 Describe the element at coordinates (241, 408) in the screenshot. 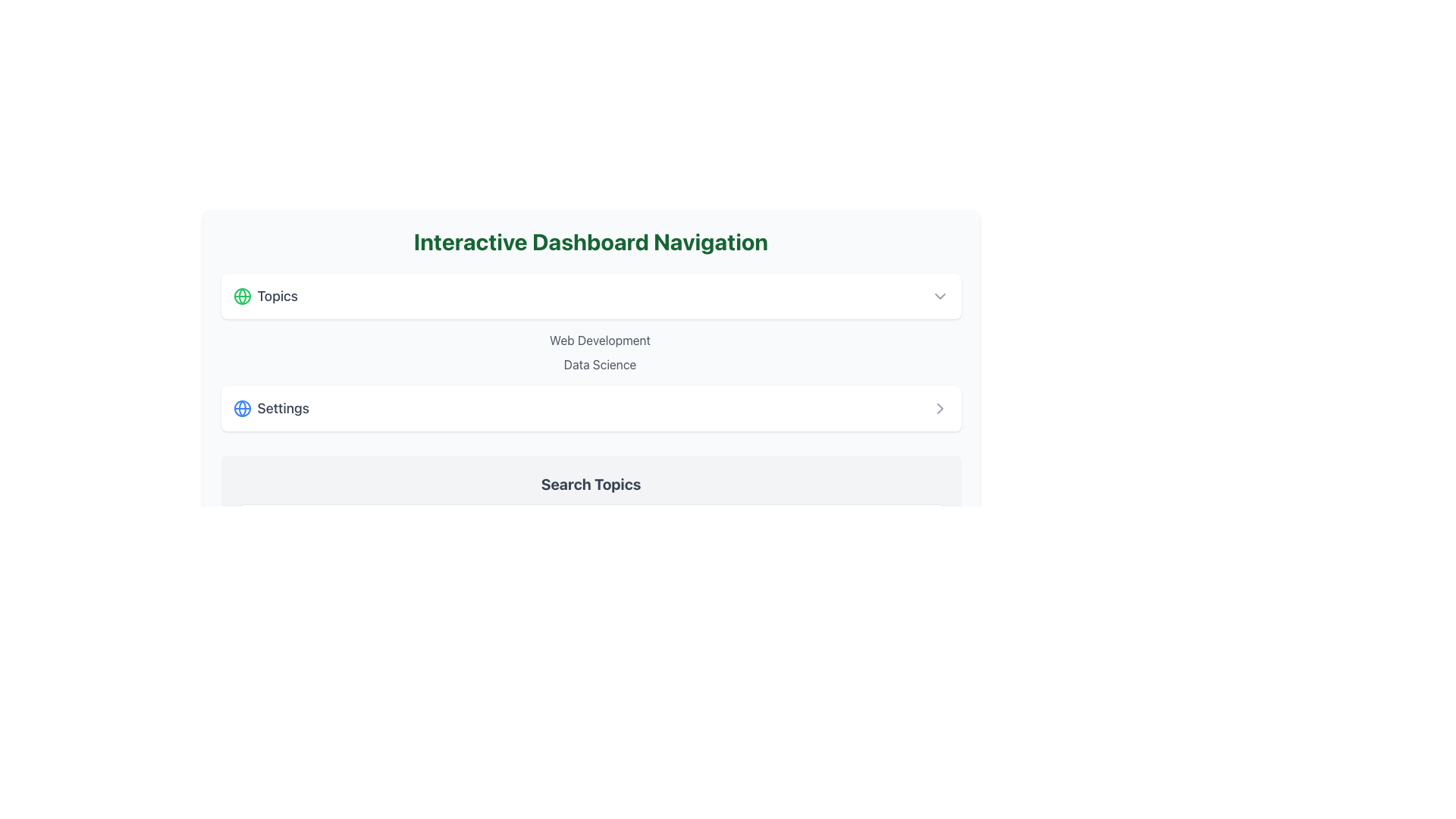

I see `the circular element within the globe icon associated with the 'Topics' item in the dashboard` at that location.